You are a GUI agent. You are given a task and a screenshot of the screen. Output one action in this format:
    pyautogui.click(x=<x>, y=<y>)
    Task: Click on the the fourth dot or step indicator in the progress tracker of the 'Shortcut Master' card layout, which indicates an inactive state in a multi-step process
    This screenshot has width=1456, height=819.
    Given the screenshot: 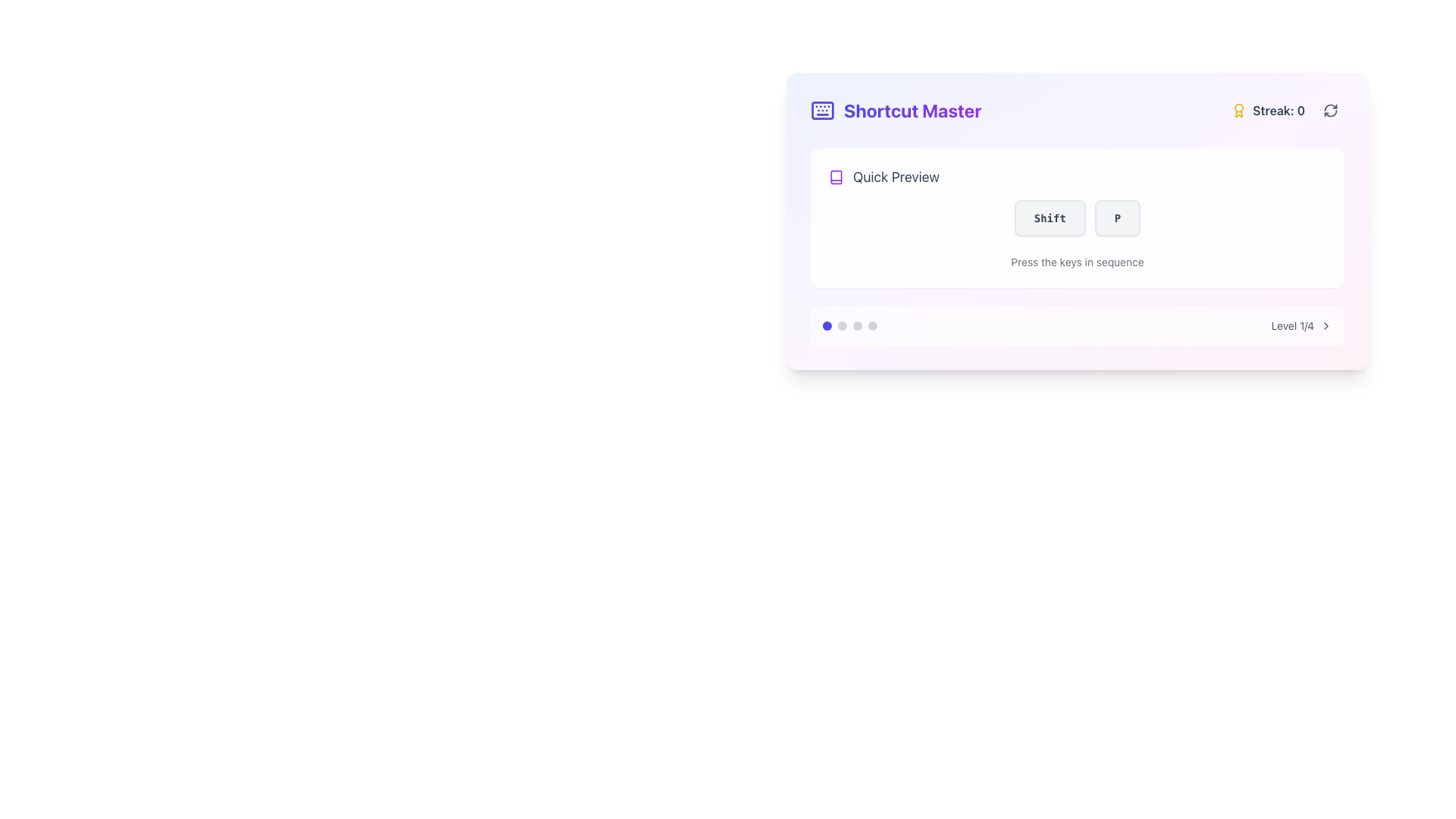 What is the action you would take?
    pyautogui.click(x=873, y=325)
    